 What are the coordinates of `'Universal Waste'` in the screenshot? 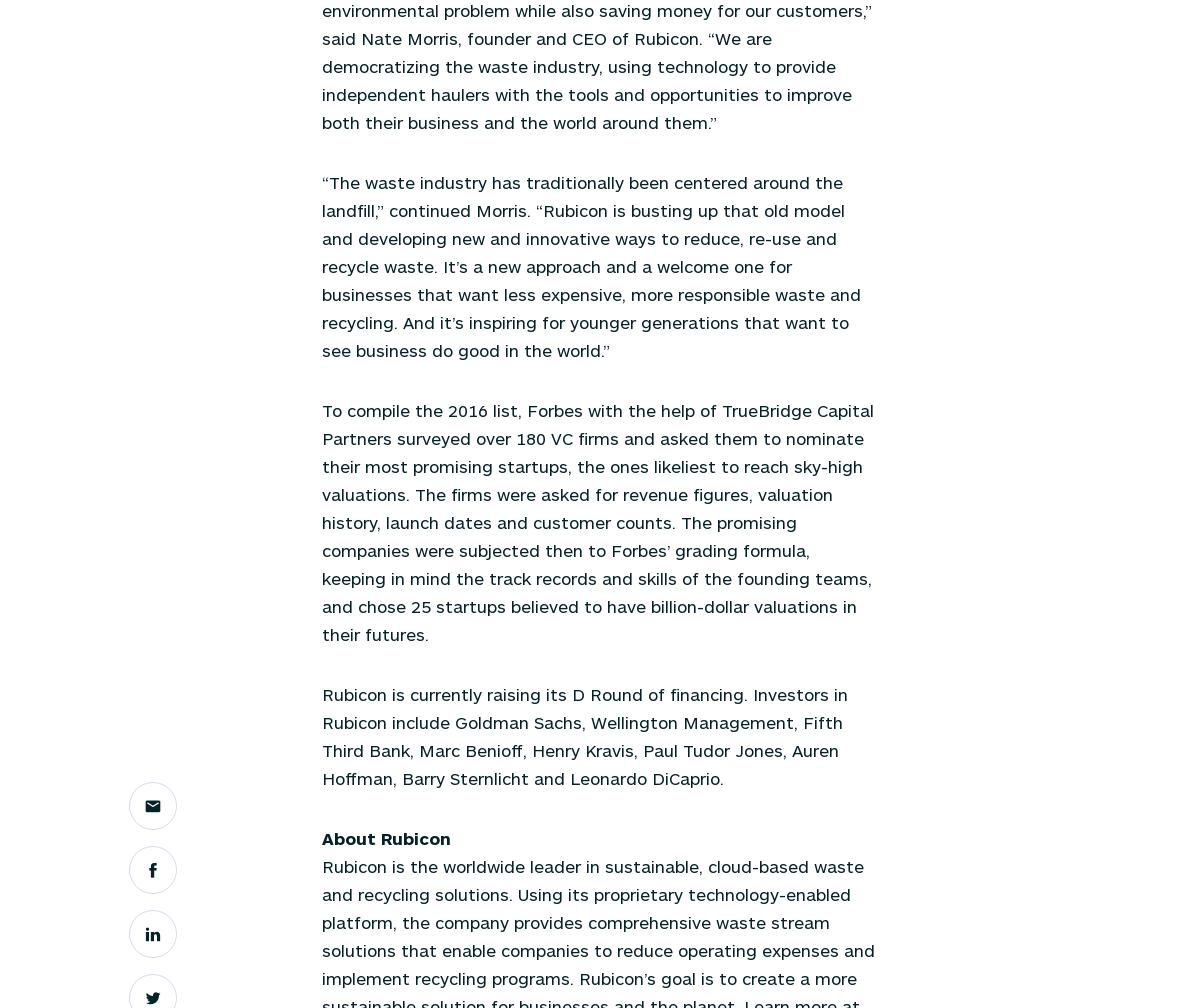 It's located at (592, 198).